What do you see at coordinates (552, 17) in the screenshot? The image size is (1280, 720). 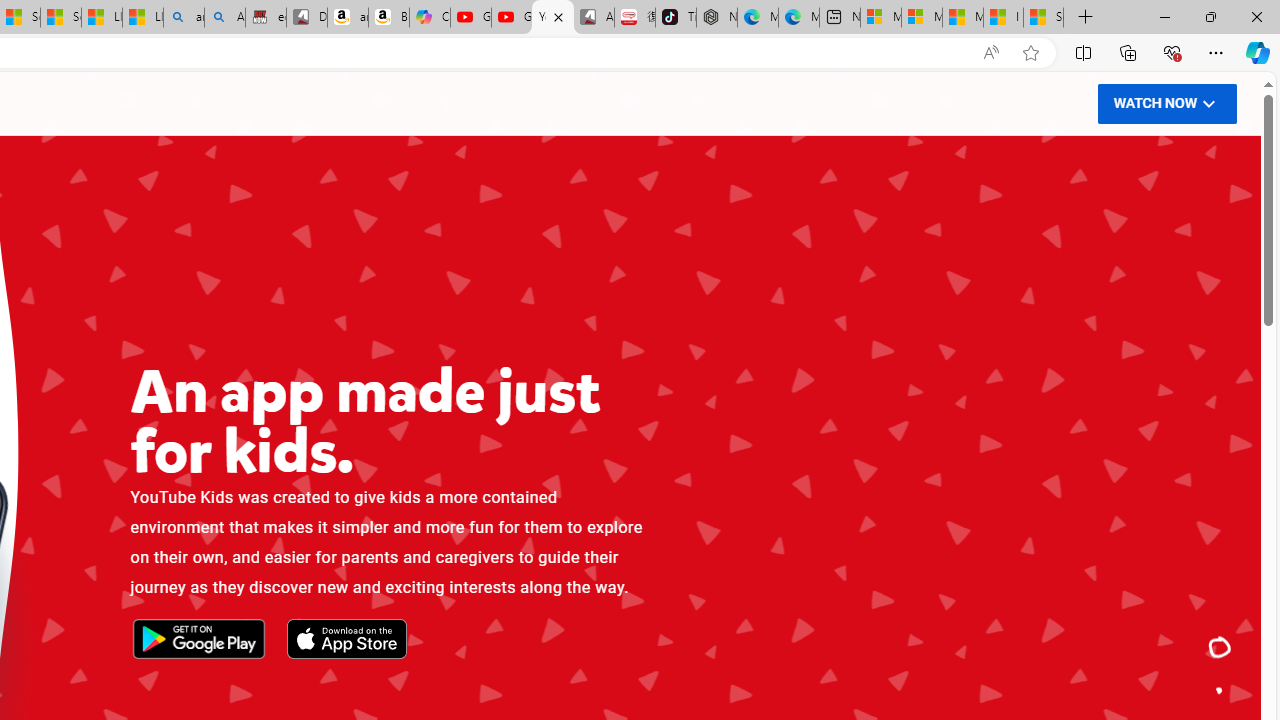 I see `'YouTube Kids - An App Created for Kids to Explore Content'` at bounding box center [552, 17].